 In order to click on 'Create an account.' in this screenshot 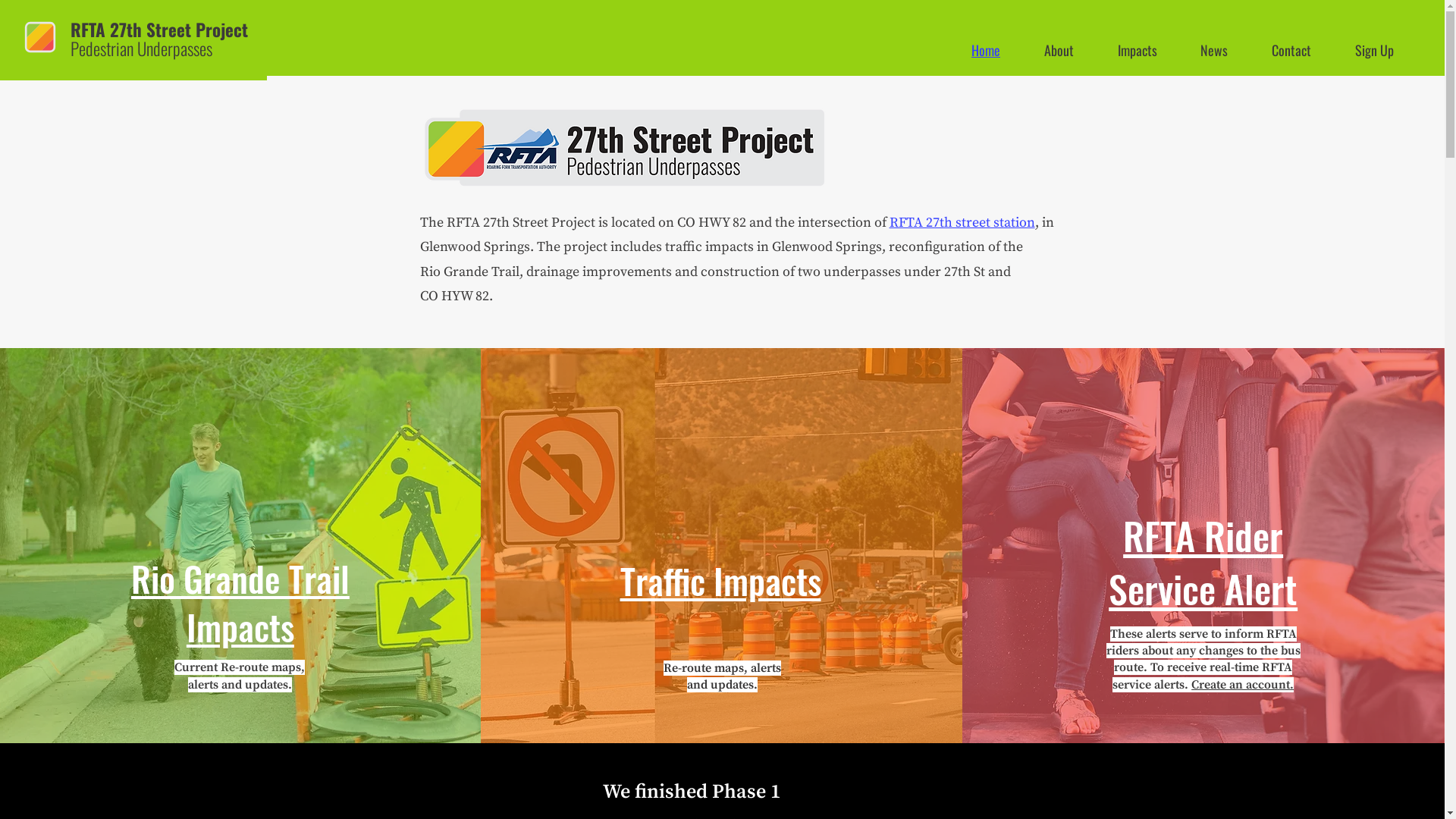, I will do `click(1242, 684)`.